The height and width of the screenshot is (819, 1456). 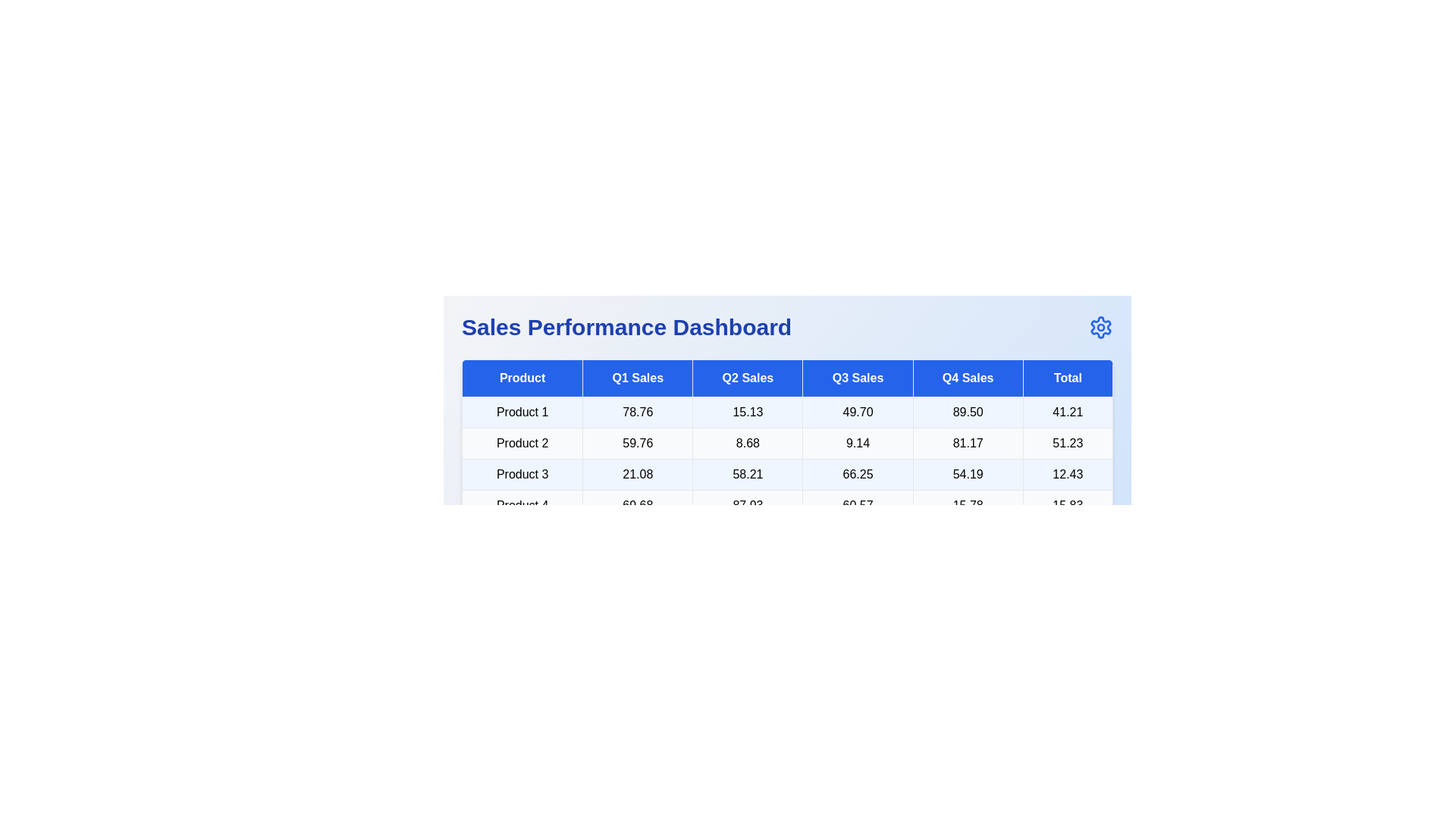 What do you see at coordinates (1100, 327) in the screenshot?
I see `the settings icon to open the settings menu` at bounding box center [1100, 327].